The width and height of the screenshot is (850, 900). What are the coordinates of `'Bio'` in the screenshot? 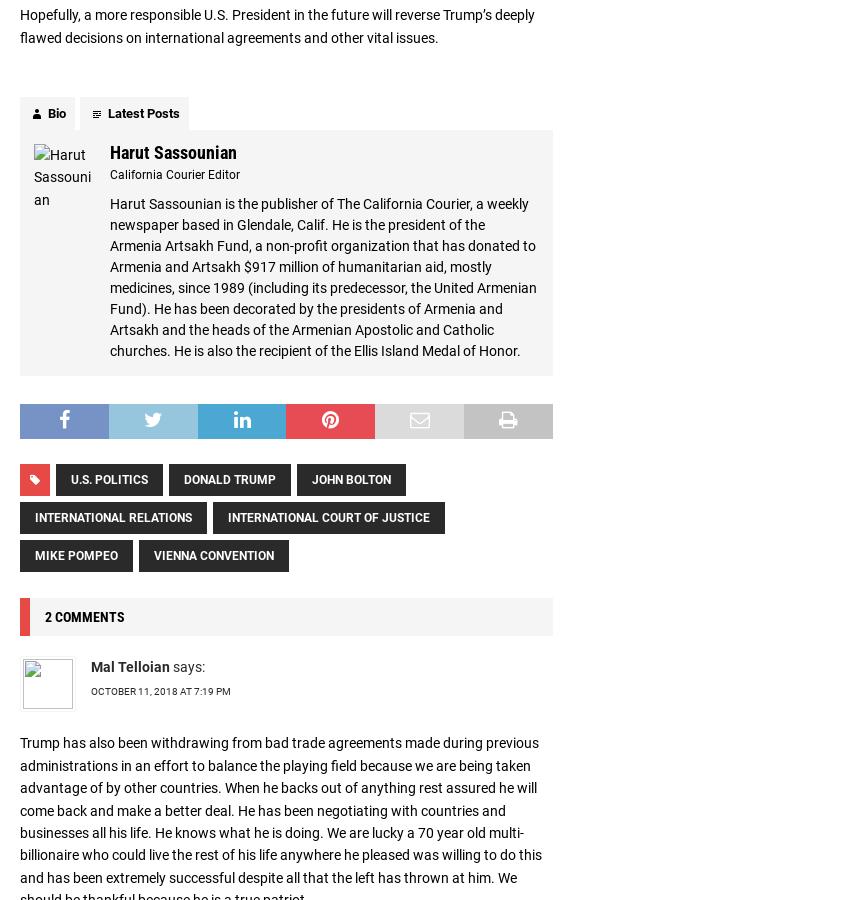 It's located at (57, 111).